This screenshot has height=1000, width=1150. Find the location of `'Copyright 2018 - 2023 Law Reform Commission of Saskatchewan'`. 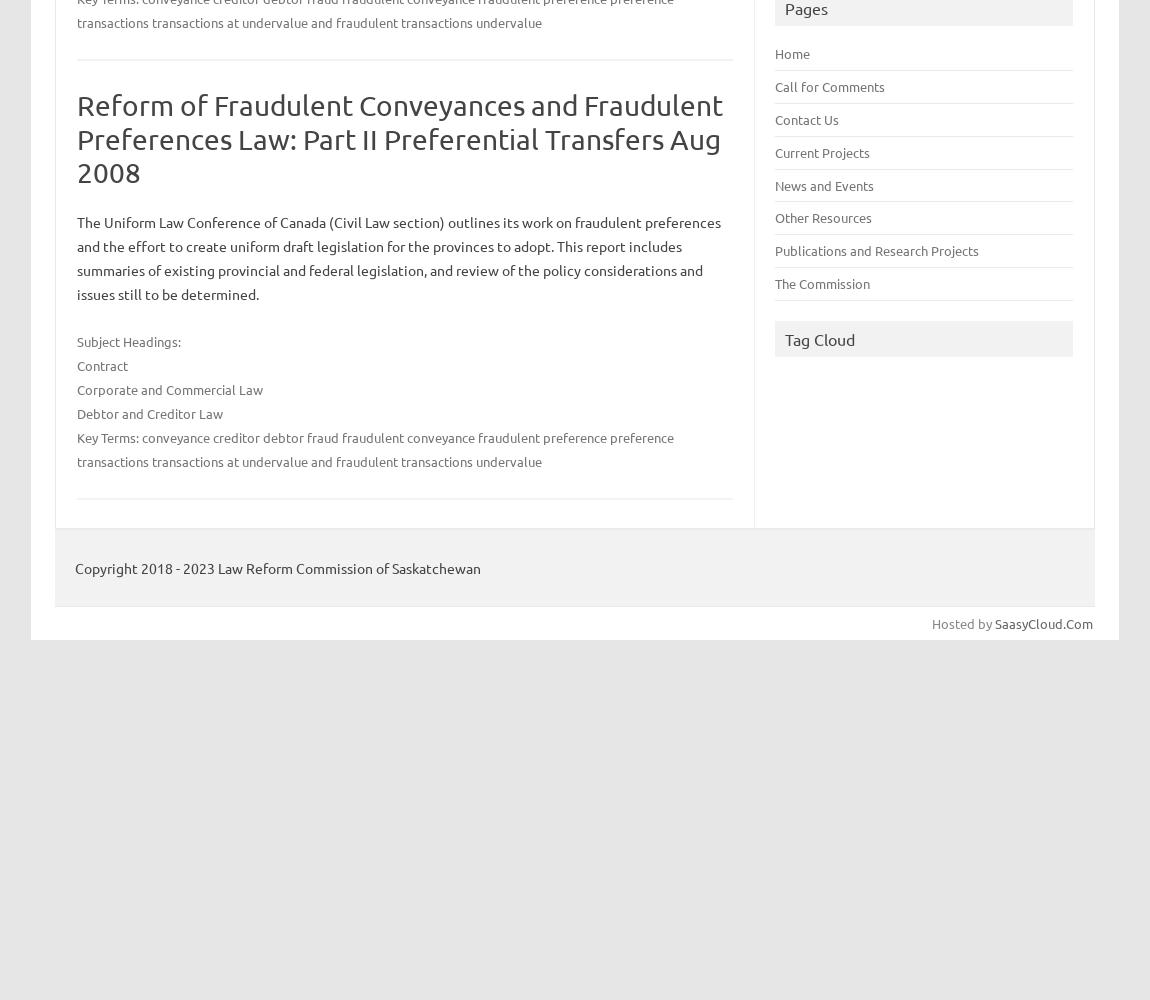

'Copyright 2018 - 2023 Law Reform Commission of Saskatchewan' is located at coordinates (73, 566).